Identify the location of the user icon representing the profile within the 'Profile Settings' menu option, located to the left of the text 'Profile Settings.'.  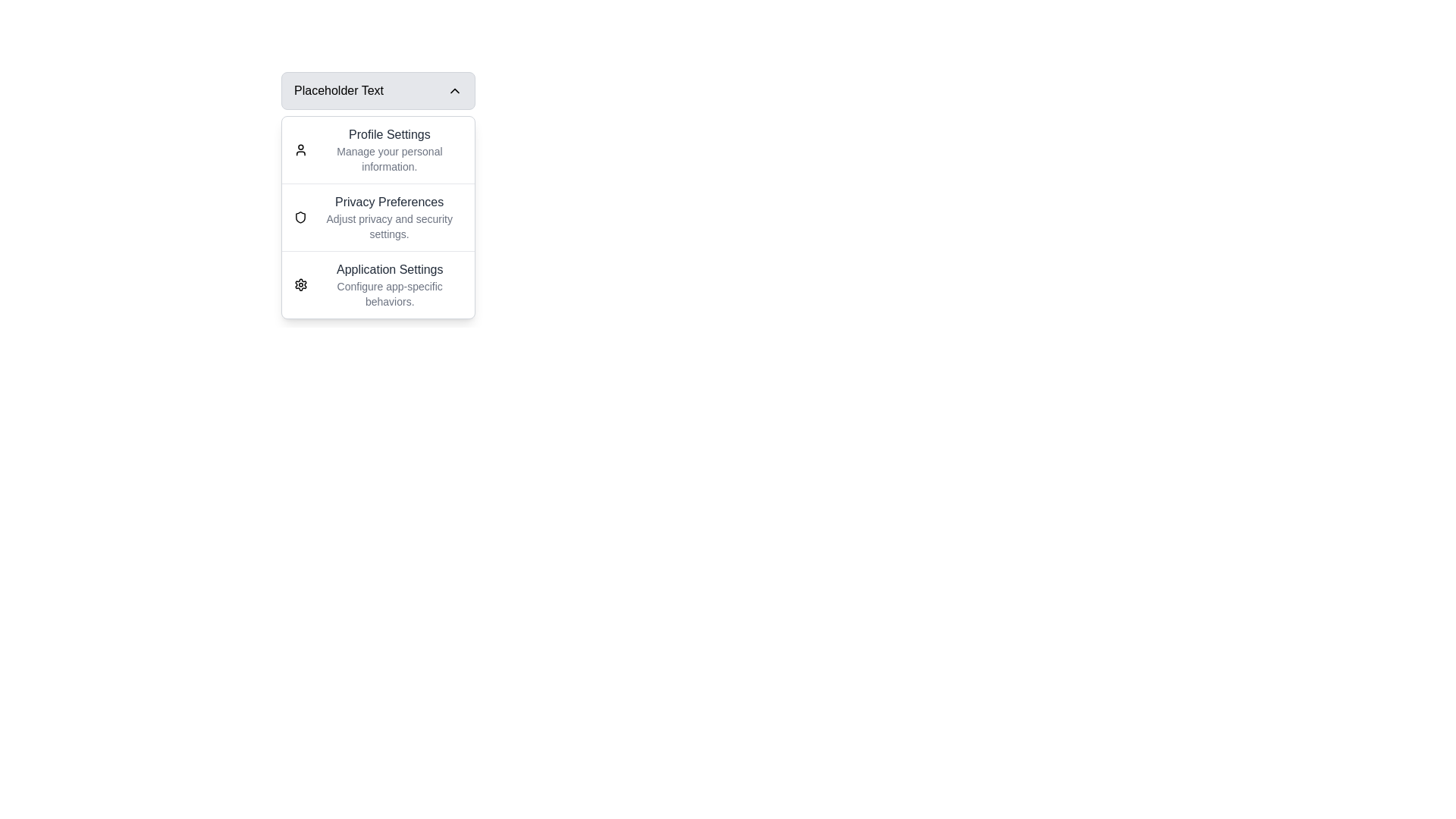
(300, 149).